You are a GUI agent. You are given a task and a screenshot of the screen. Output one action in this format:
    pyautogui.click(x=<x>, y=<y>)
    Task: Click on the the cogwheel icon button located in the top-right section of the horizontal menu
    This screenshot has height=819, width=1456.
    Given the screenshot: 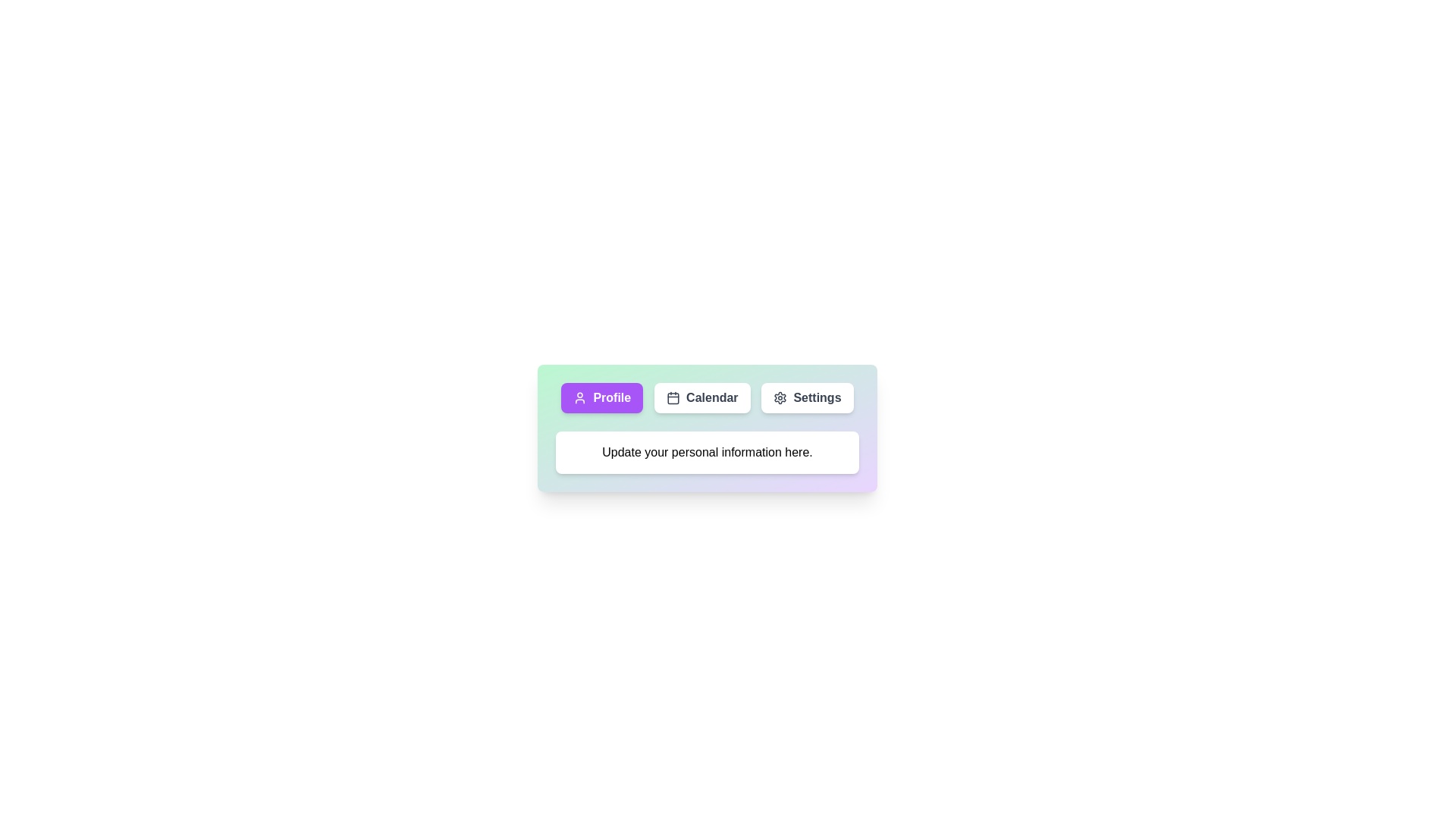 What is the action you would take?
    pyautogui.click(x=780, y=397)
    